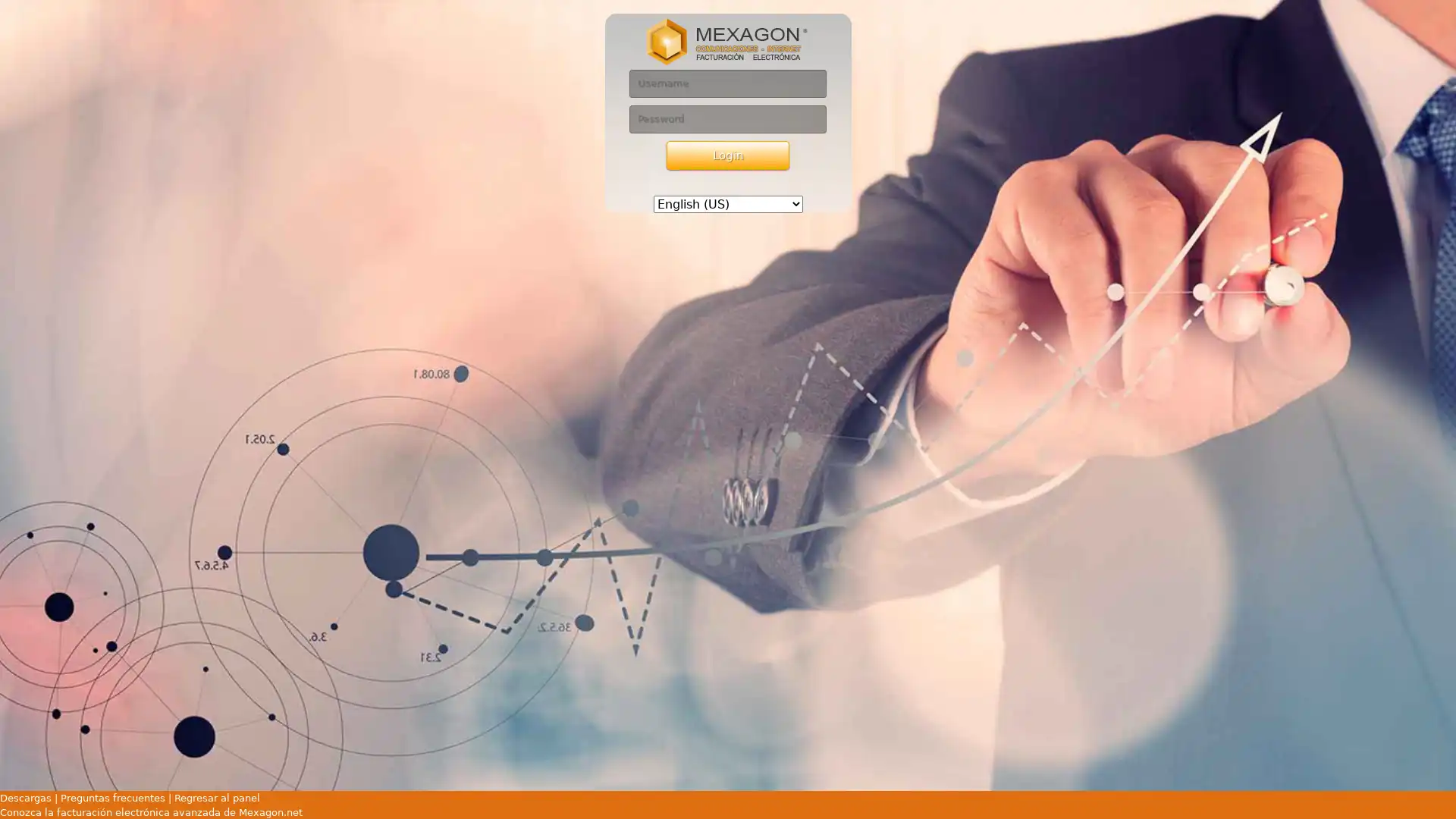  I want to click on Login, so click(726, 155).